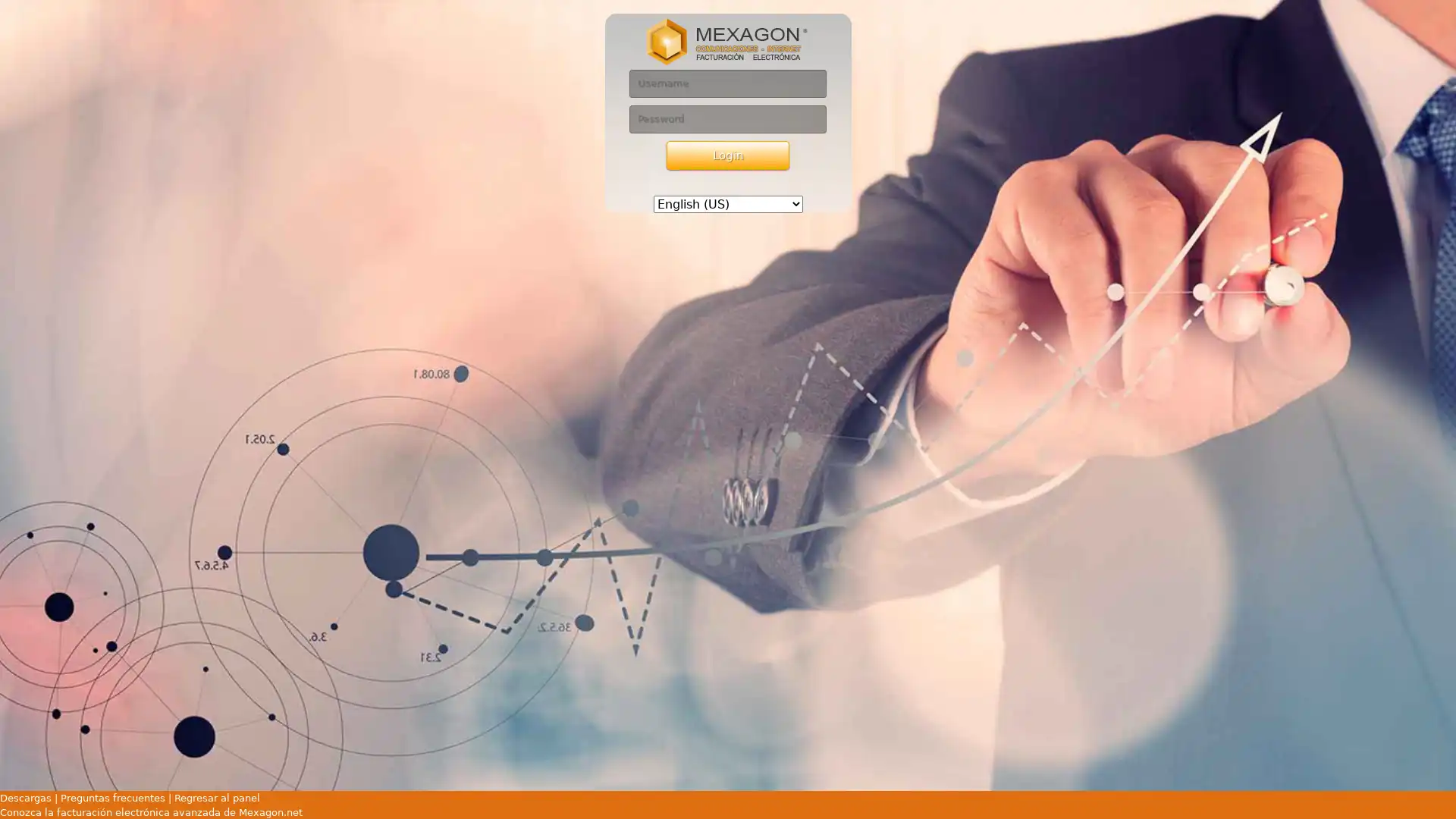  I want to click on Login, so click(726, 155).